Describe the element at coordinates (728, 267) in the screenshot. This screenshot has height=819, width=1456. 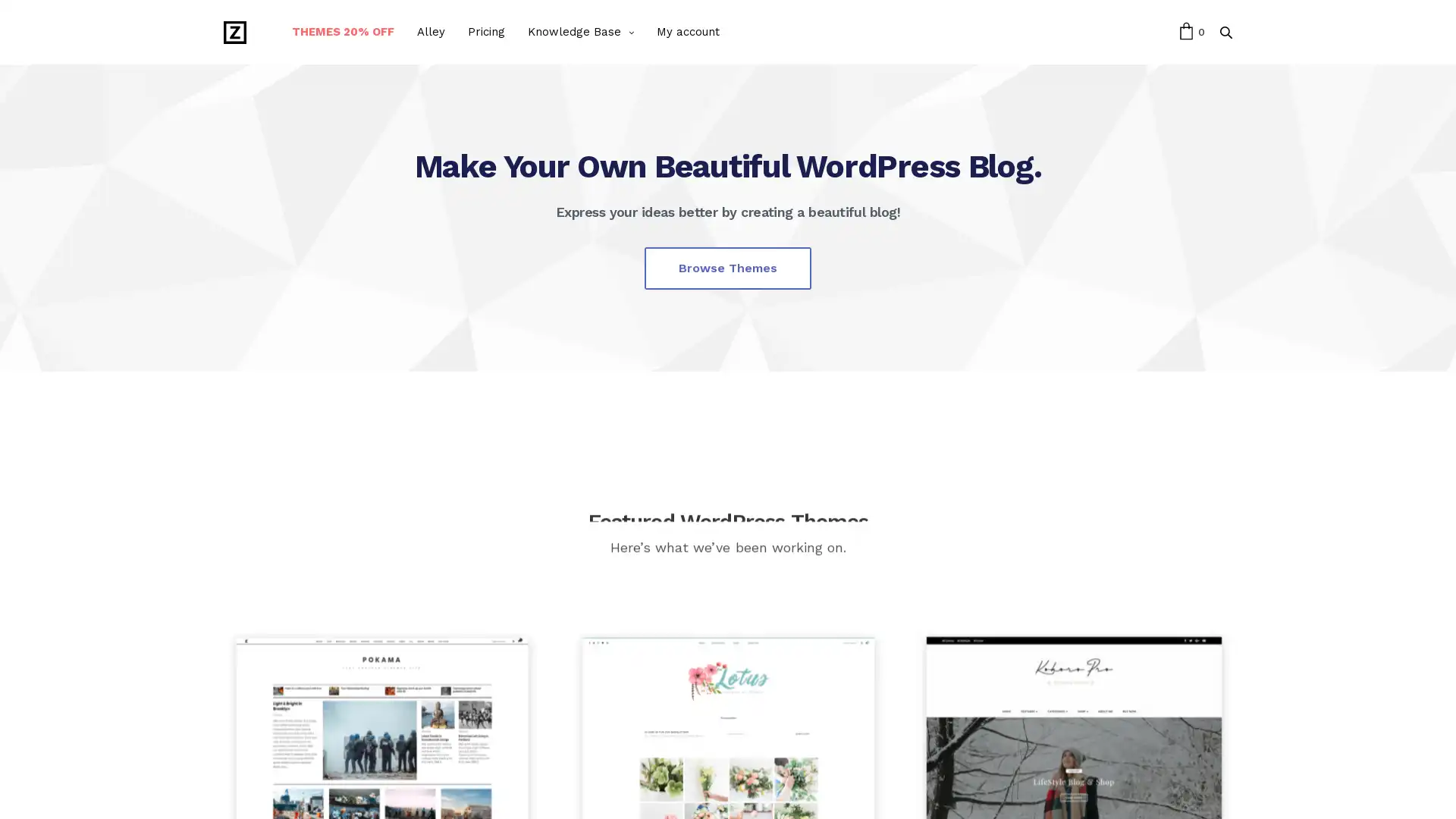
I see `Browse Themes` at that location.